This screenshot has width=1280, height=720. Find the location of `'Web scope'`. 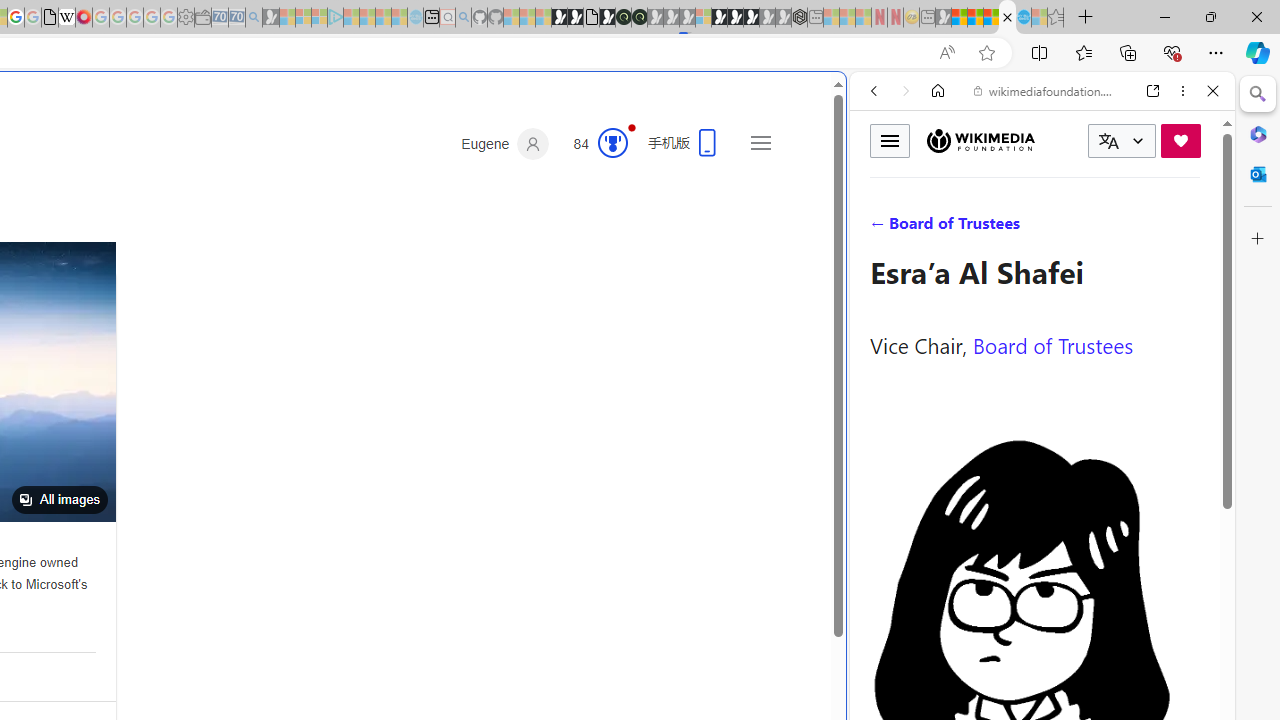

'Web scope' is located at coordinates (881, 180).